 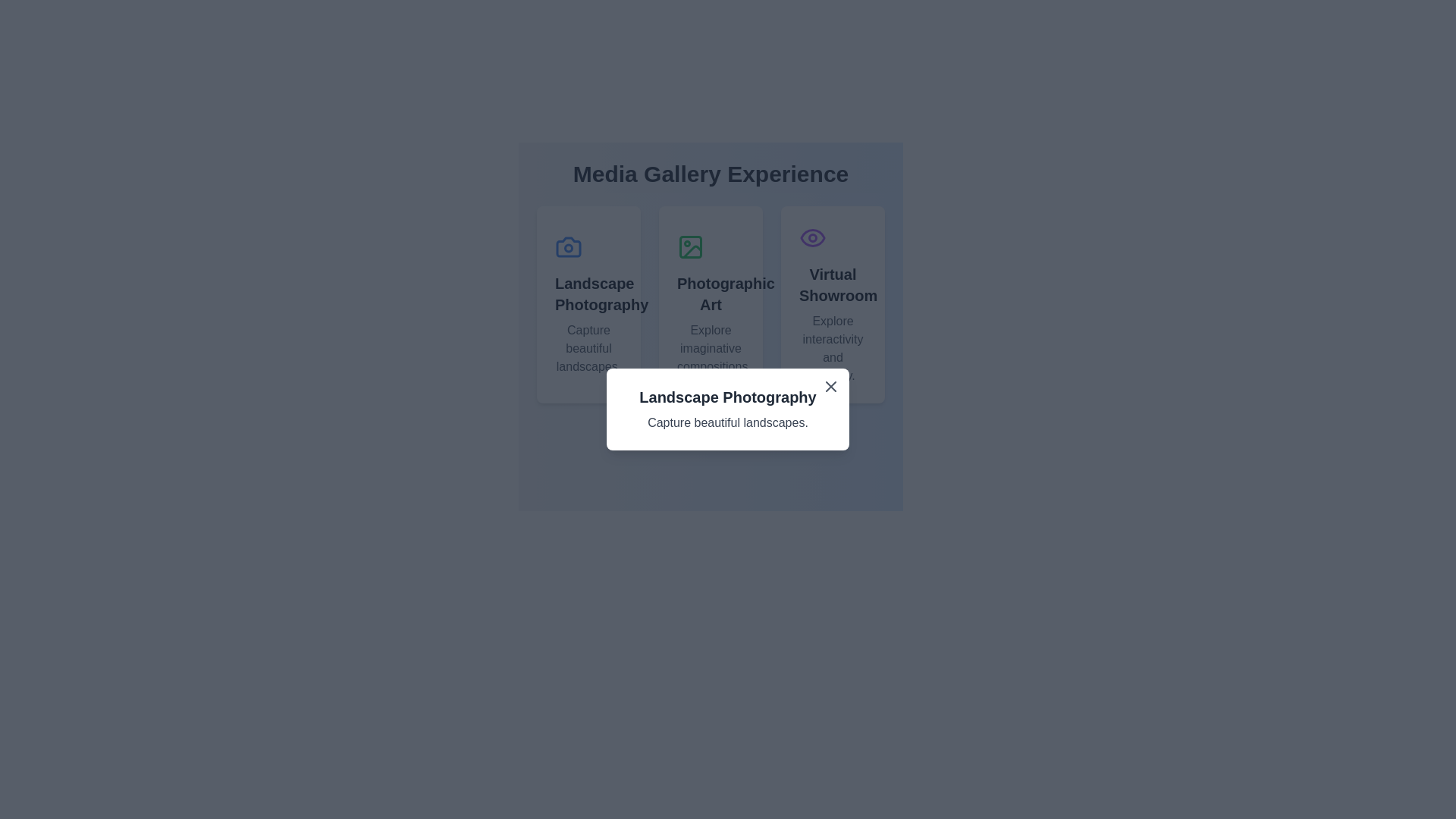 What do you see at coordinates (830, 385) in the screenshot?
I see `the close button icon, which is an 'X' shaped dark grey SVG element located at the top-right corner of the pop-up dialog box containing the text 'Landscape Photography'` at bounding box center [830, 385].